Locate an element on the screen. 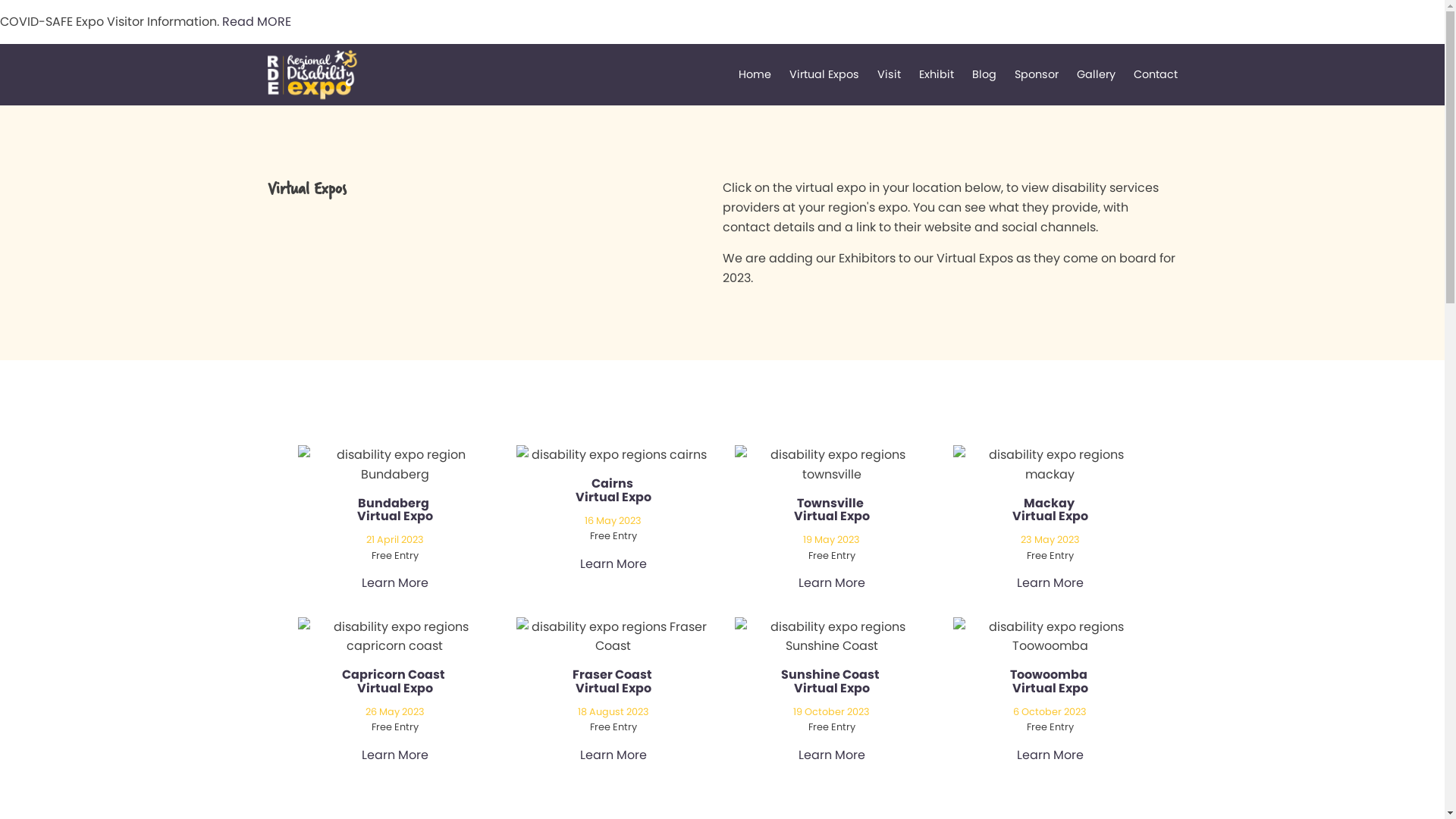 The image size is (1456, 819). 'Blog' is located at coordinates (984, 74).